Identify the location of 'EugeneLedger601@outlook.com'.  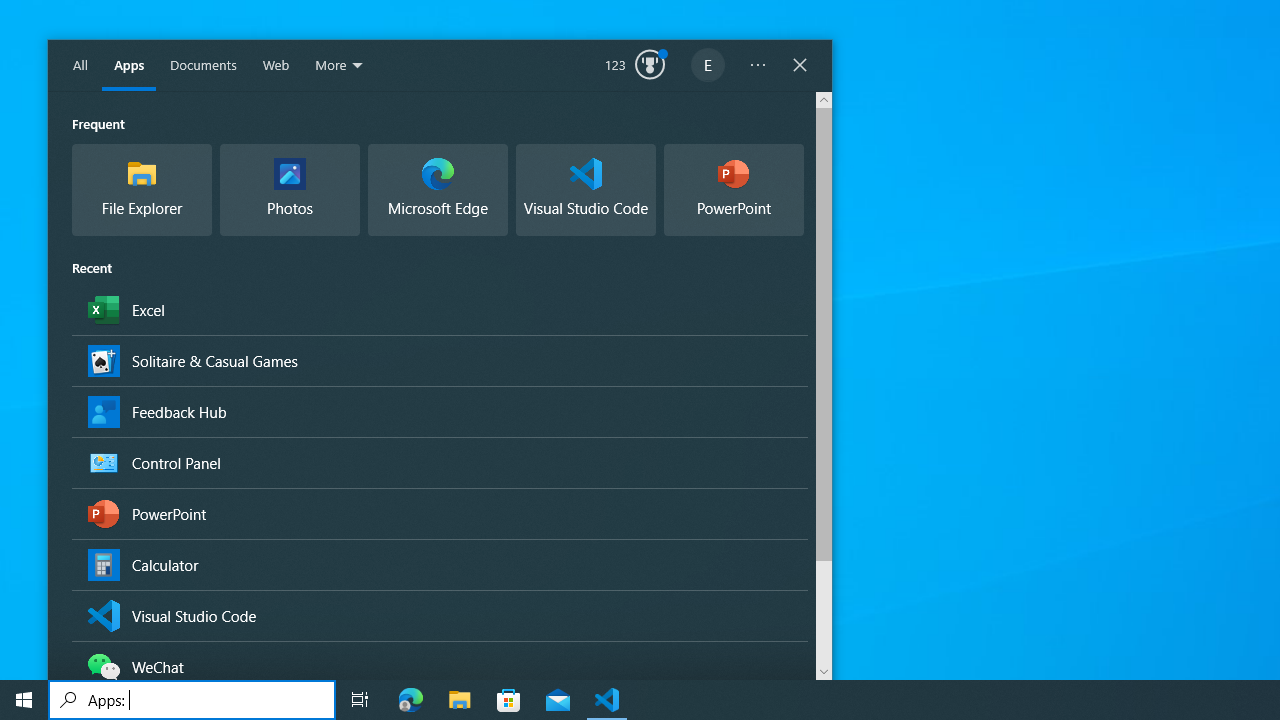
(707, 65).